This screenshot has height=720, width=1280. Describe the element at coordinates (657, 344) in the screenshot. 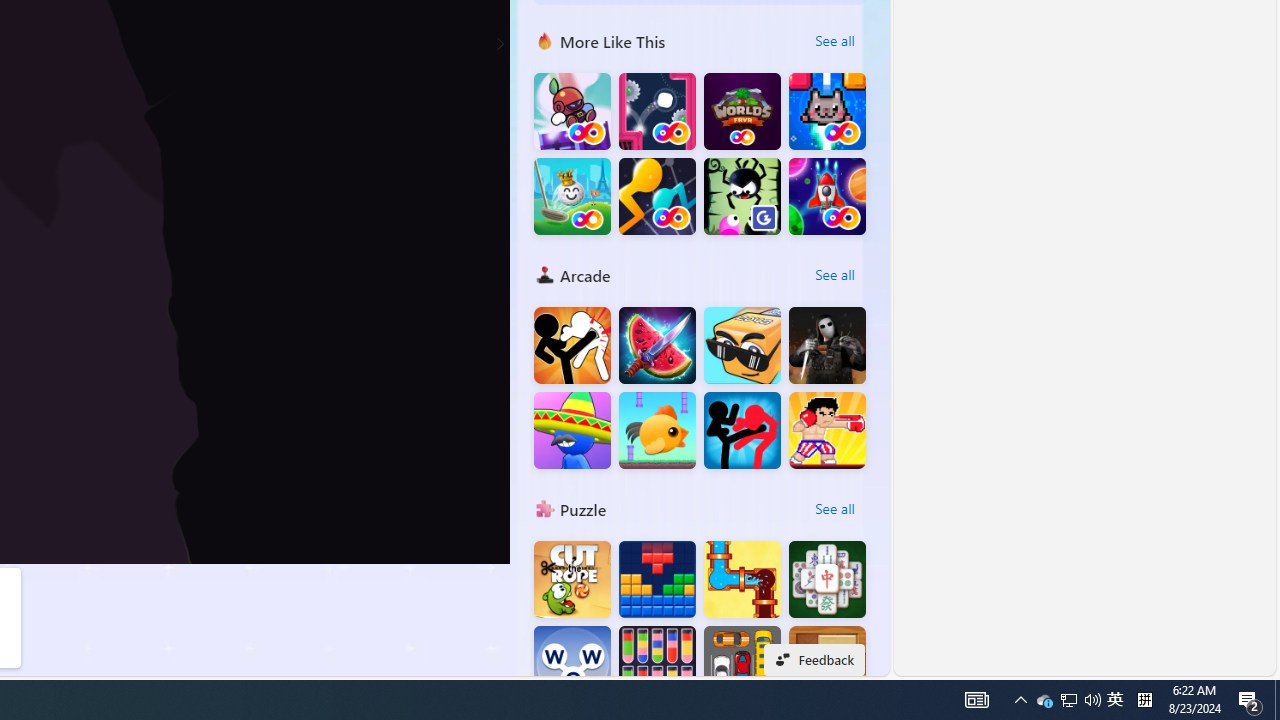

I see `'Fruit Chopper'` at that location.